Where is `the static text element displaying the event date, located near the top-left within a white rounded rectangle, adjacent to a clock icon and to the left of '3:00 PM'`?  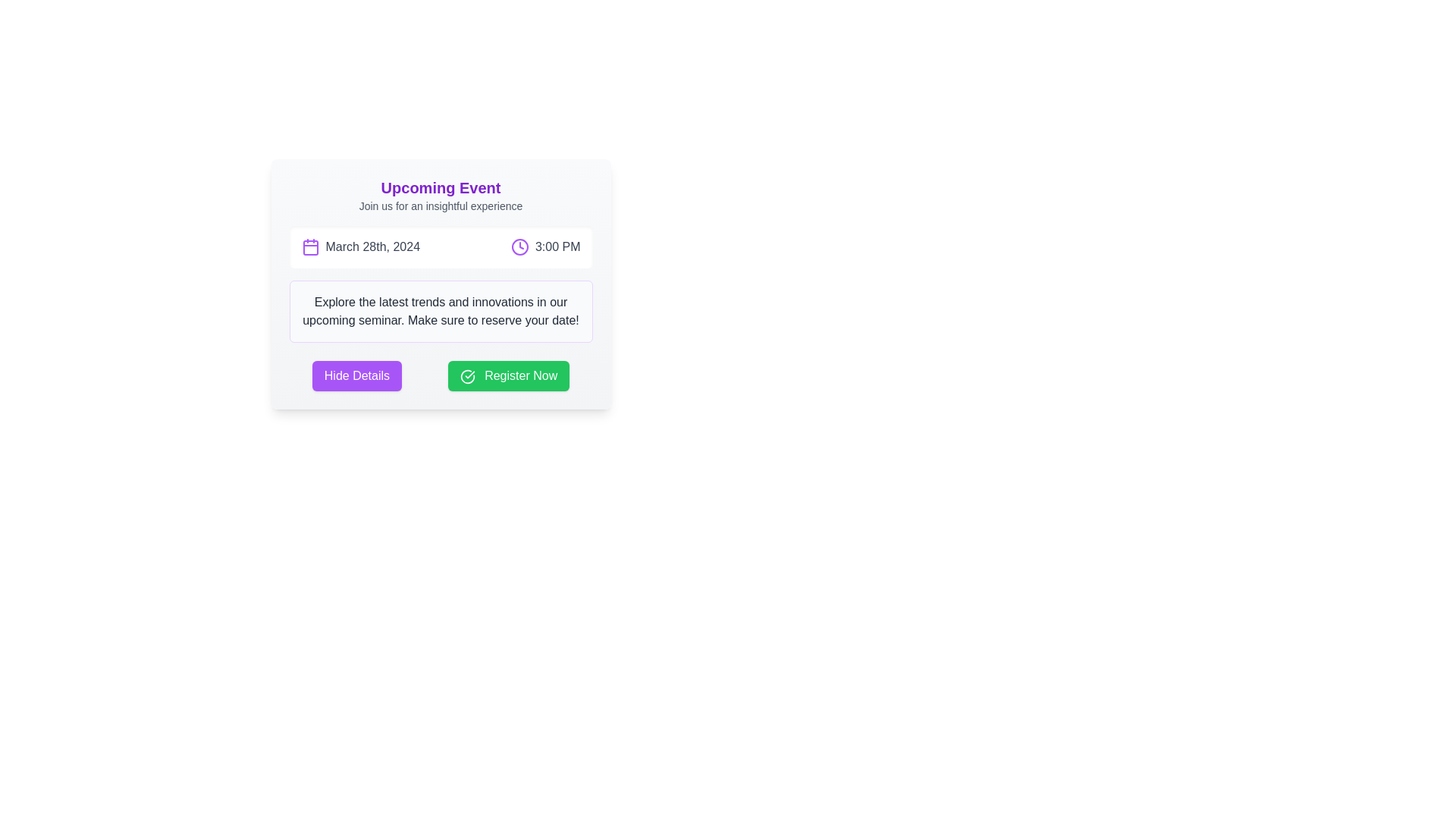
the static text element displaying the event date, located near the top-left within a white rounded rectangle, adjacent to a clock icon and to the left of '3:00 PM' is located at coordinates (359, 246).